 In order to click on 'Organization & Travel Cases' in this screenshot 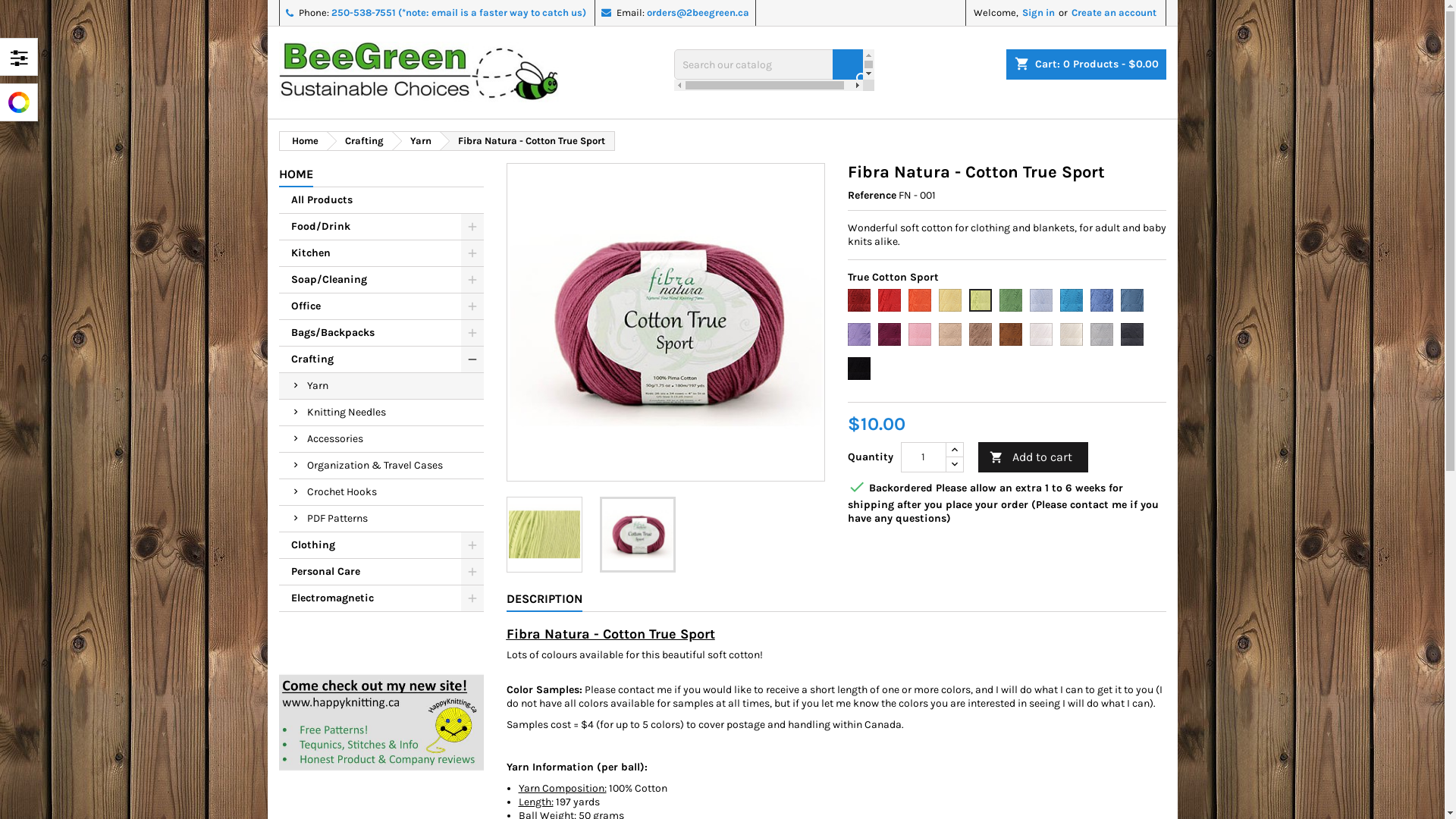, I will do `click(381, 465)`.